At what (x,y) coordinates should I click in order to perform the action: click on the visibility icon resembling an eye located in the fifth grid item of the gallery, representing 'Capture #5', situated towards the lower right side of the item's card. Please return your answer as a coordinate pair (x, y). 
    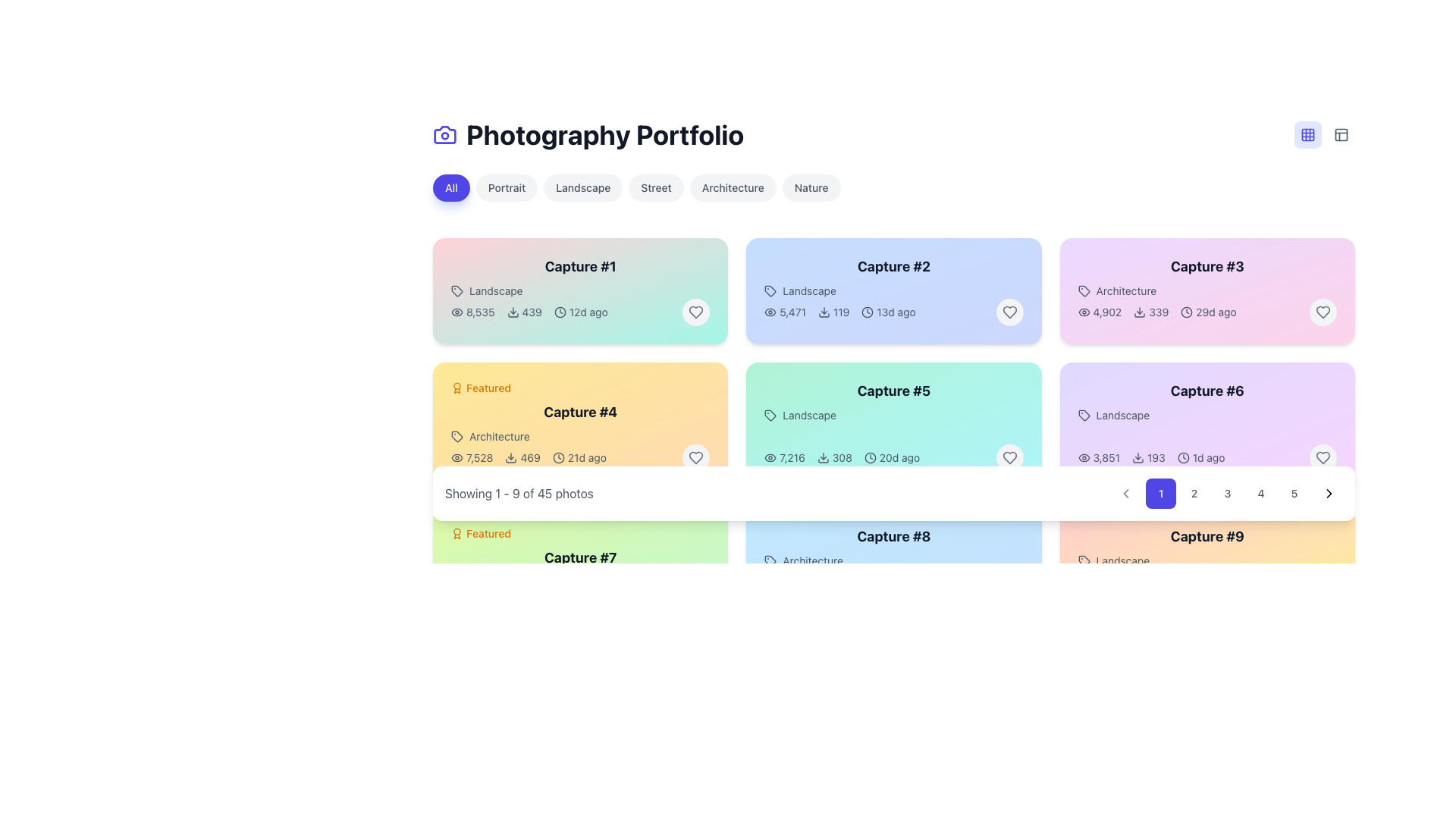
    Looking at the image, I should click on (770, 457).